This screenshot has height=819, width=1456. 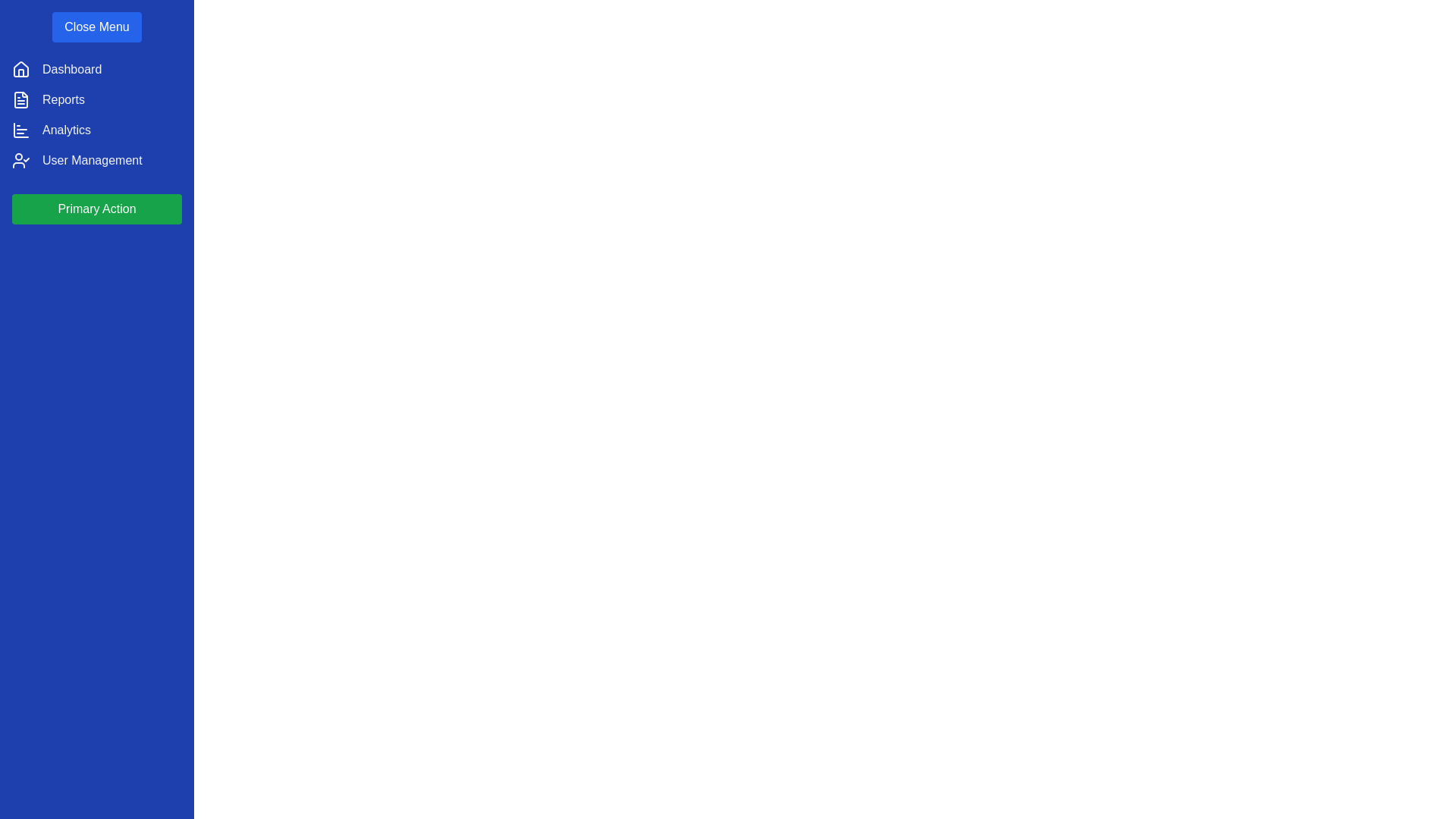 I want to click on the navigation item Dashboard from the list, so click(x=71, y=70).